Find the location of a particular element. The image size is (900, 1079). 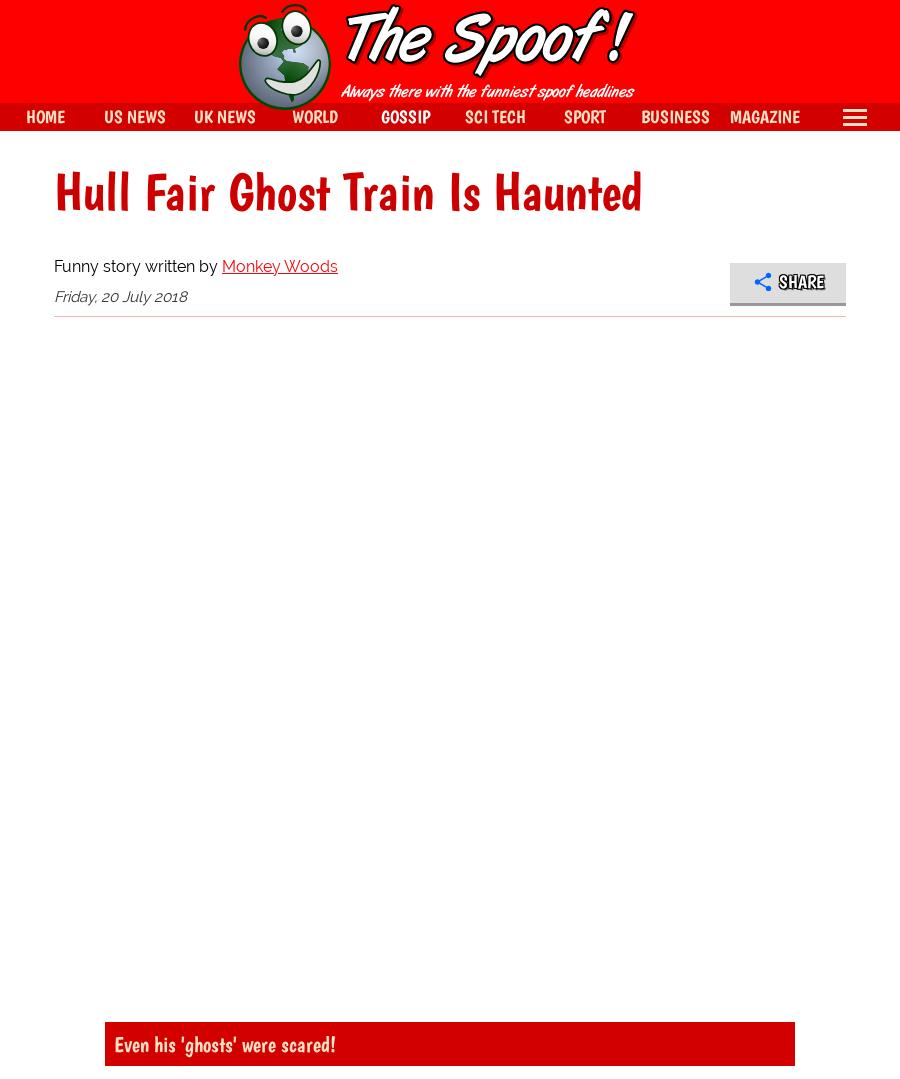

'Business' is located at coordinates (639, 116).